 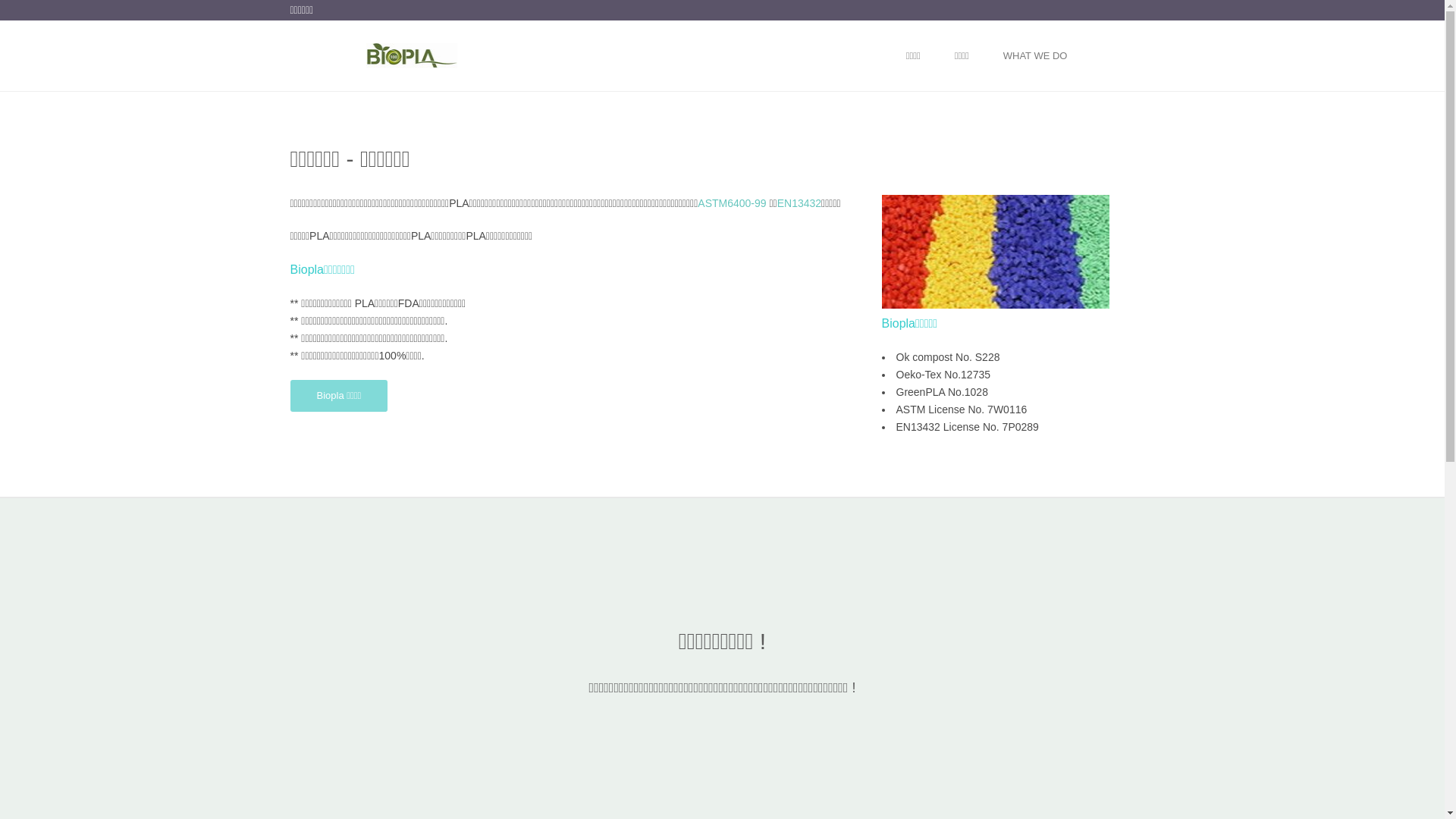 What do you see at coordinates (799, 202) in the screenshot?
I see `'EN13432'` at bounding box center [799, 202].